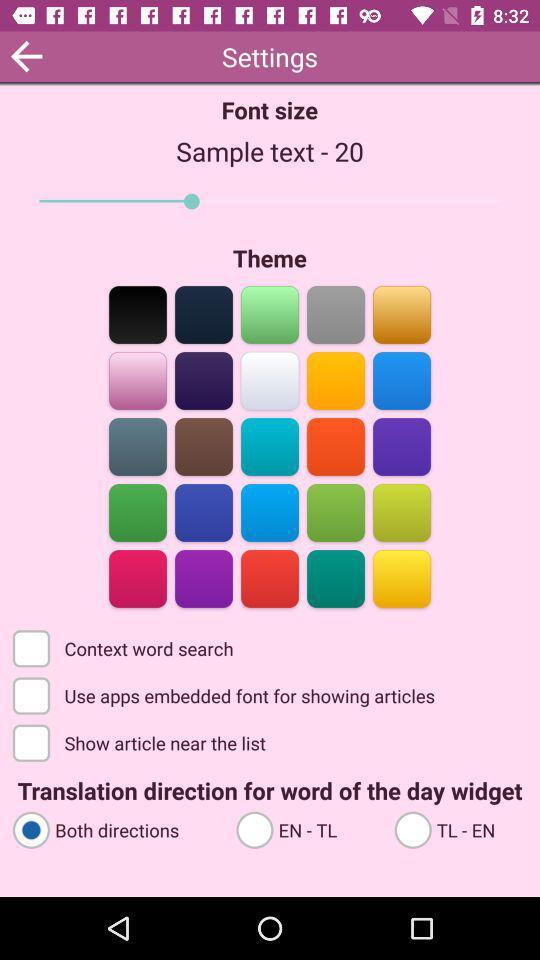 This screenshot has height=960, width=540. What do you see at coordinates (335, 510) in the screenshot?
I see `theme colour` at bounding box center [335, 510].